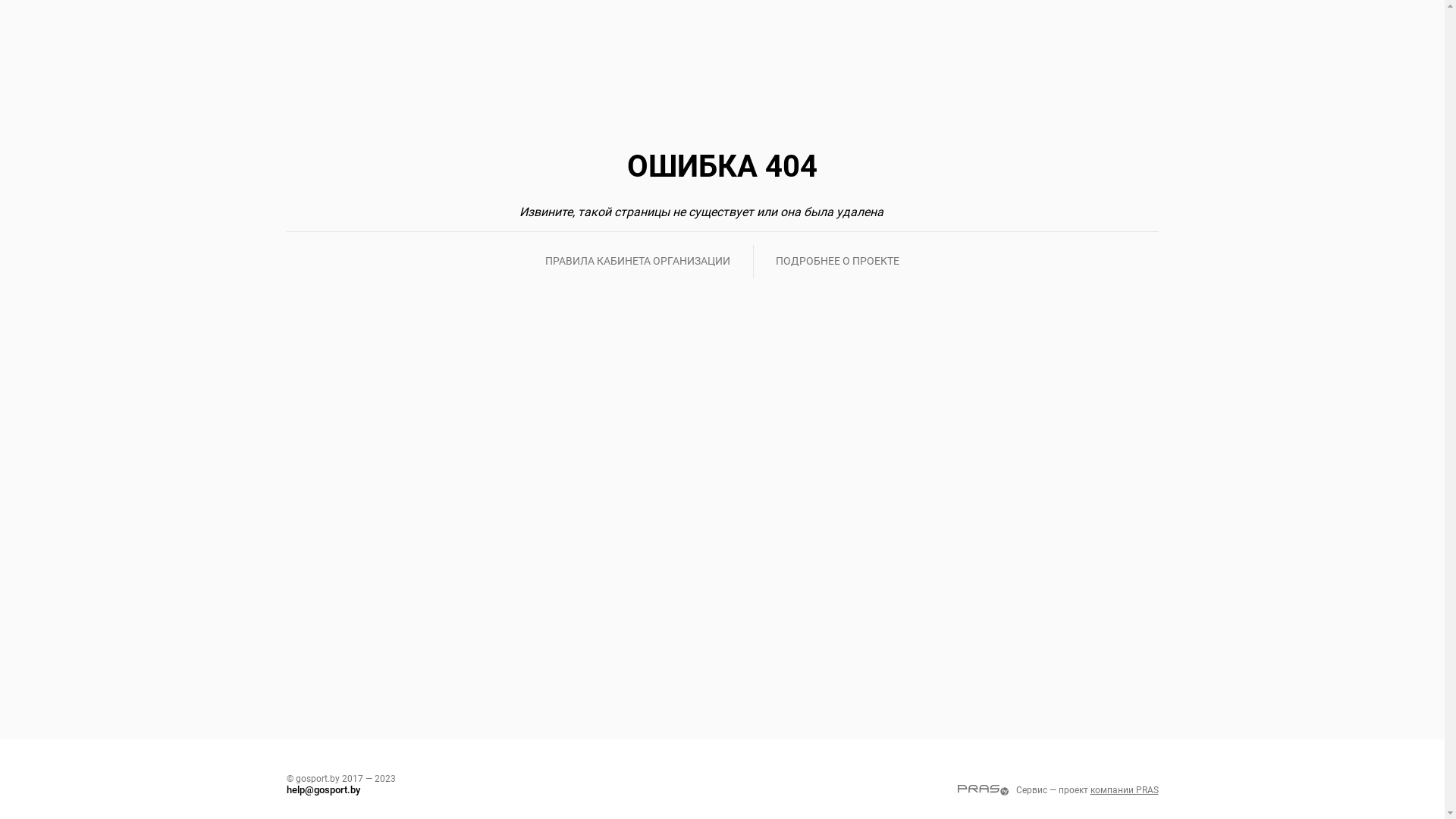 The height and width of the screenshot is (819, 1456). Describe the element at coordinates (287, 789) in the screenshot. I see `'help@gosport.by'` at that location.